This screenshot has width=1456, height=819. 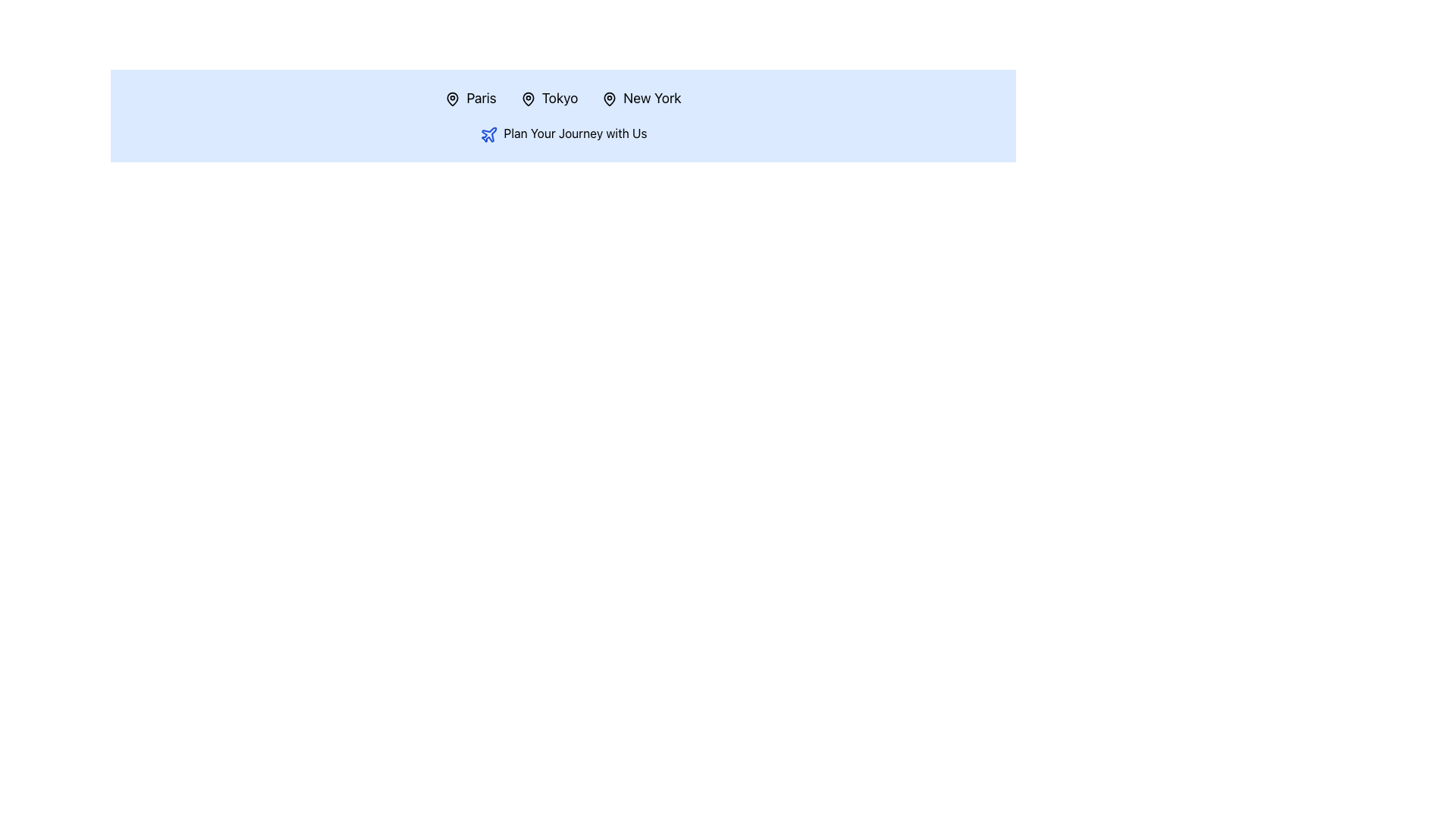 I want to click on the interactive hyperlink representing the city Tokyo to trigger the underline effect, so click(x=548, y=98).